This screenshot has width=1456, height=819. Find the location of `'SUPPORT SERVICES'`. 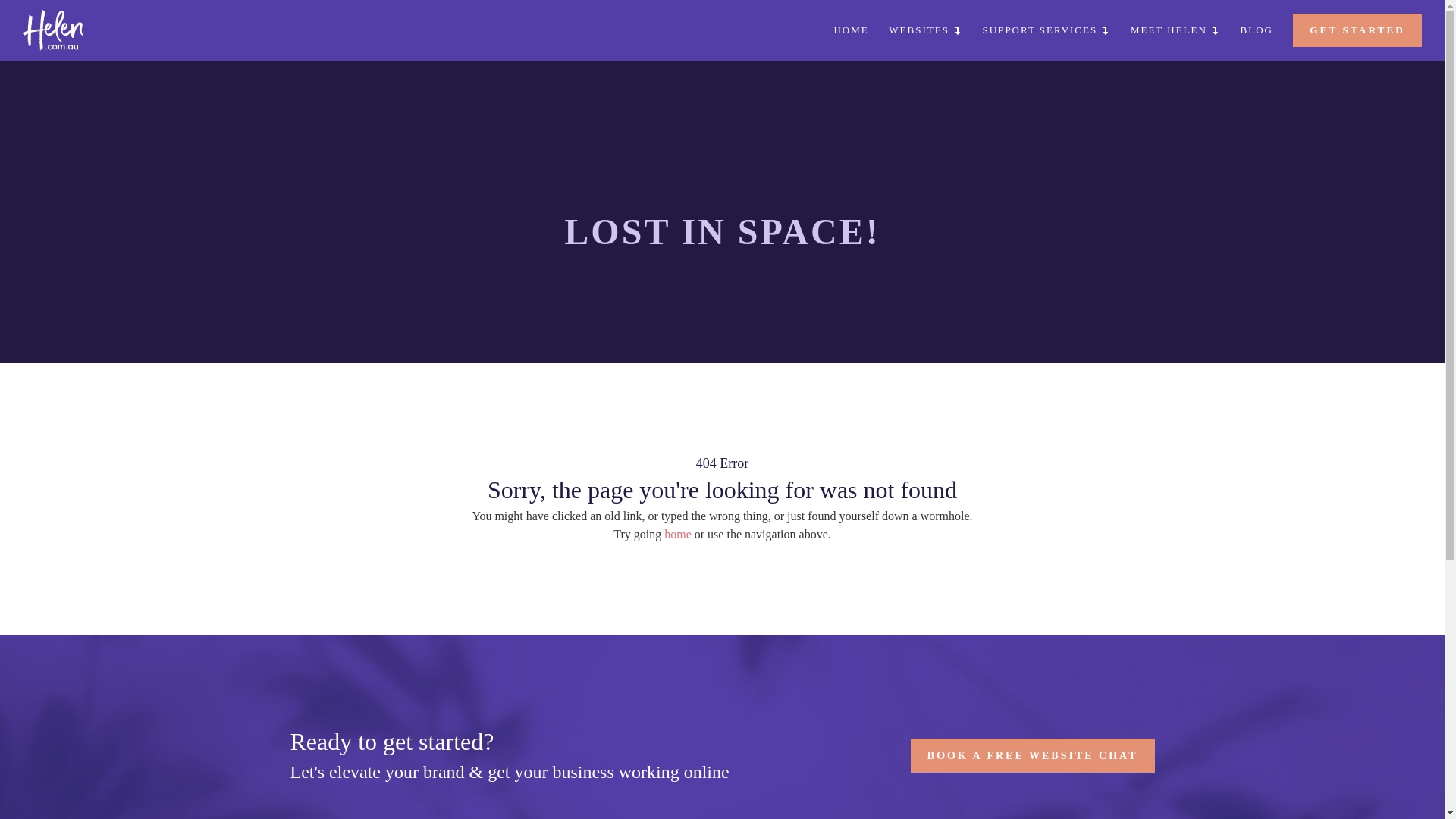

'SUPPORT SERVICES' is located at coordinates (1065, 30).